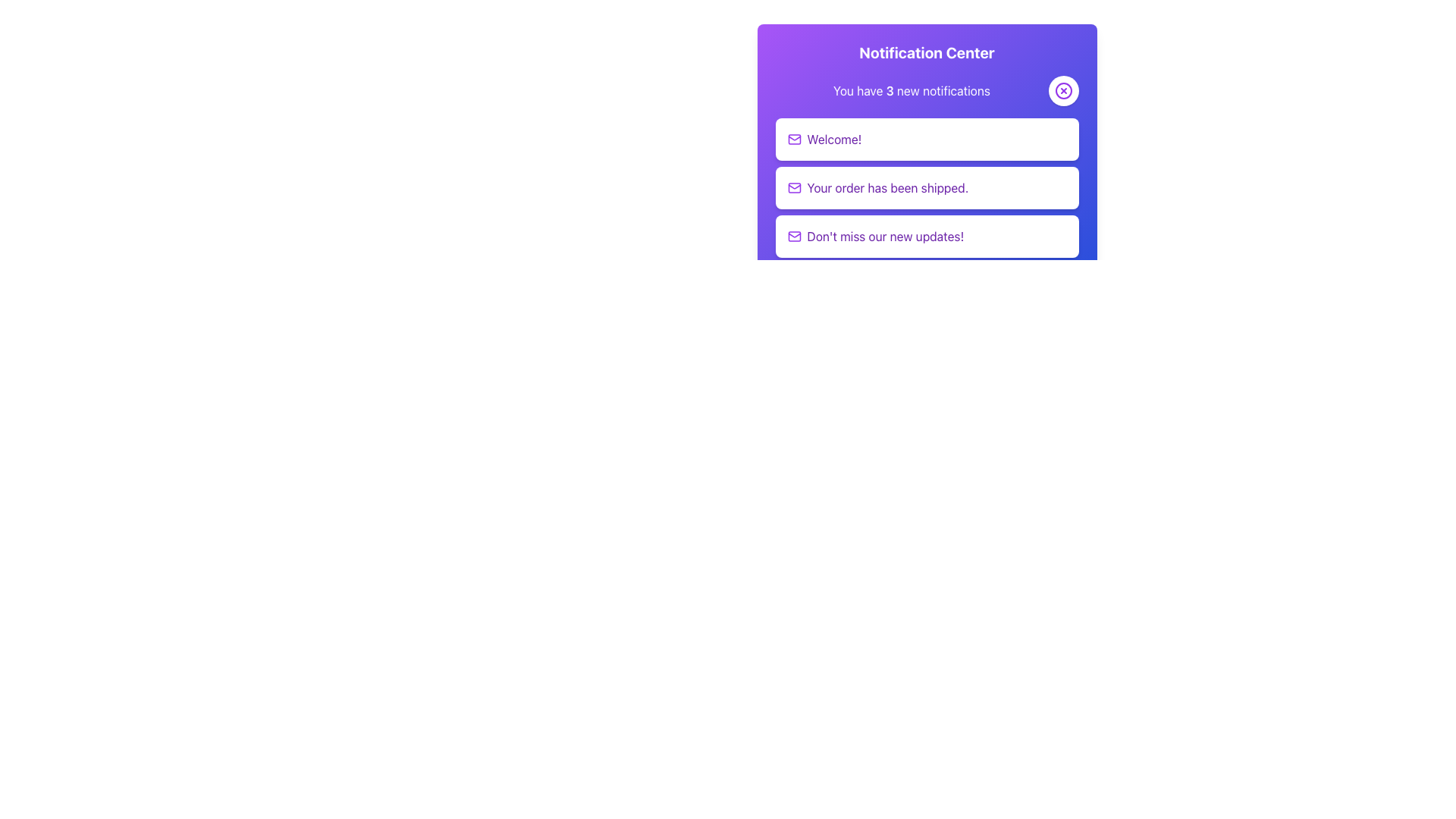  What do you see at coordinates (926, 187) in the screenshot?
I see `the Notification card displaying 'Your order has been shipped.' which is the second notification in the stacked list` at bounding box center [926, 187].